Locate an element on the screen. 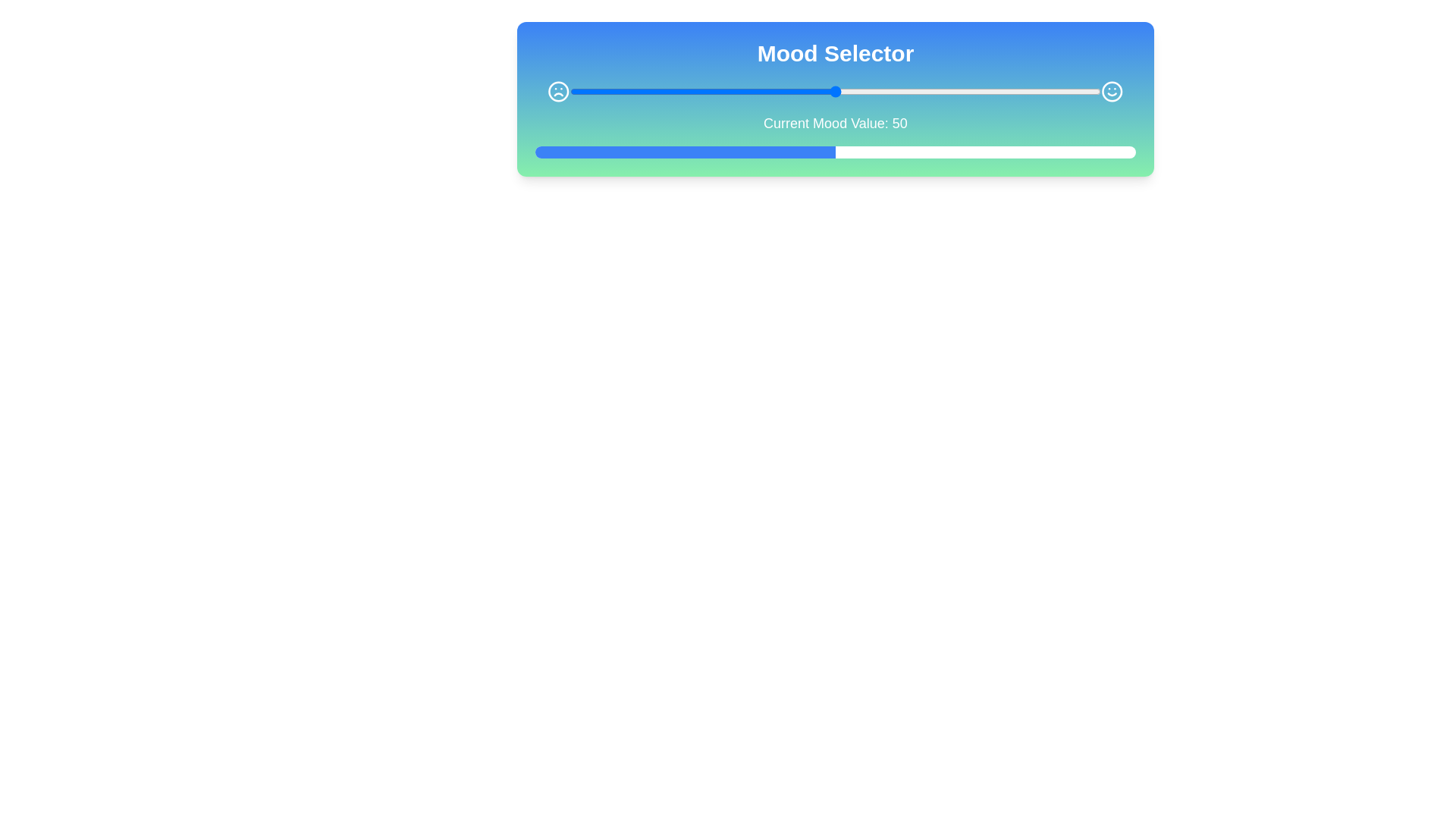 Image resolution: width=1456 pixels, height=819 pixels. the mood slider is located at coordinates (1063, 91).